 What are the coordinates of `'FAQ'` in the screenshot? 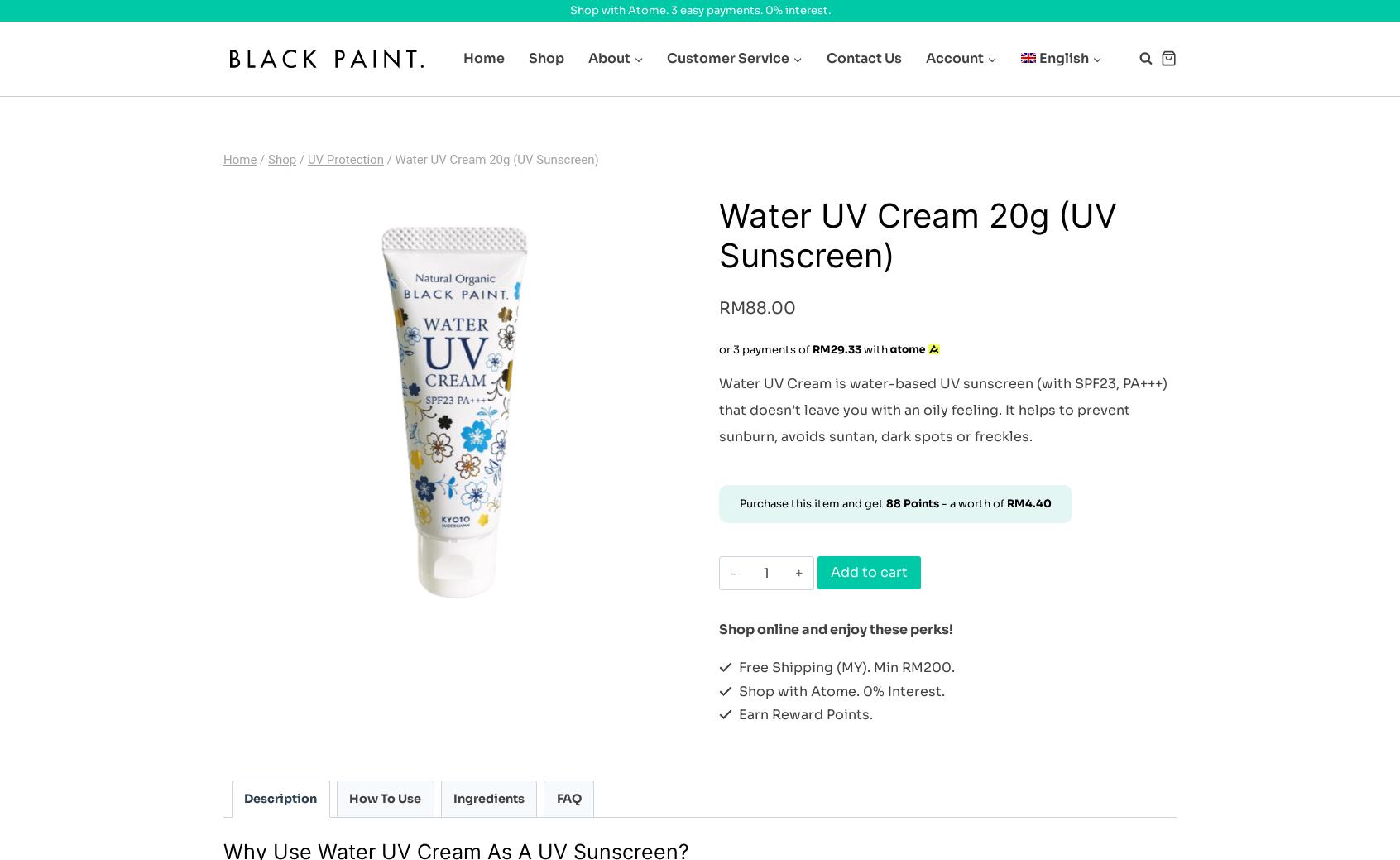 It's located at (568, 799).